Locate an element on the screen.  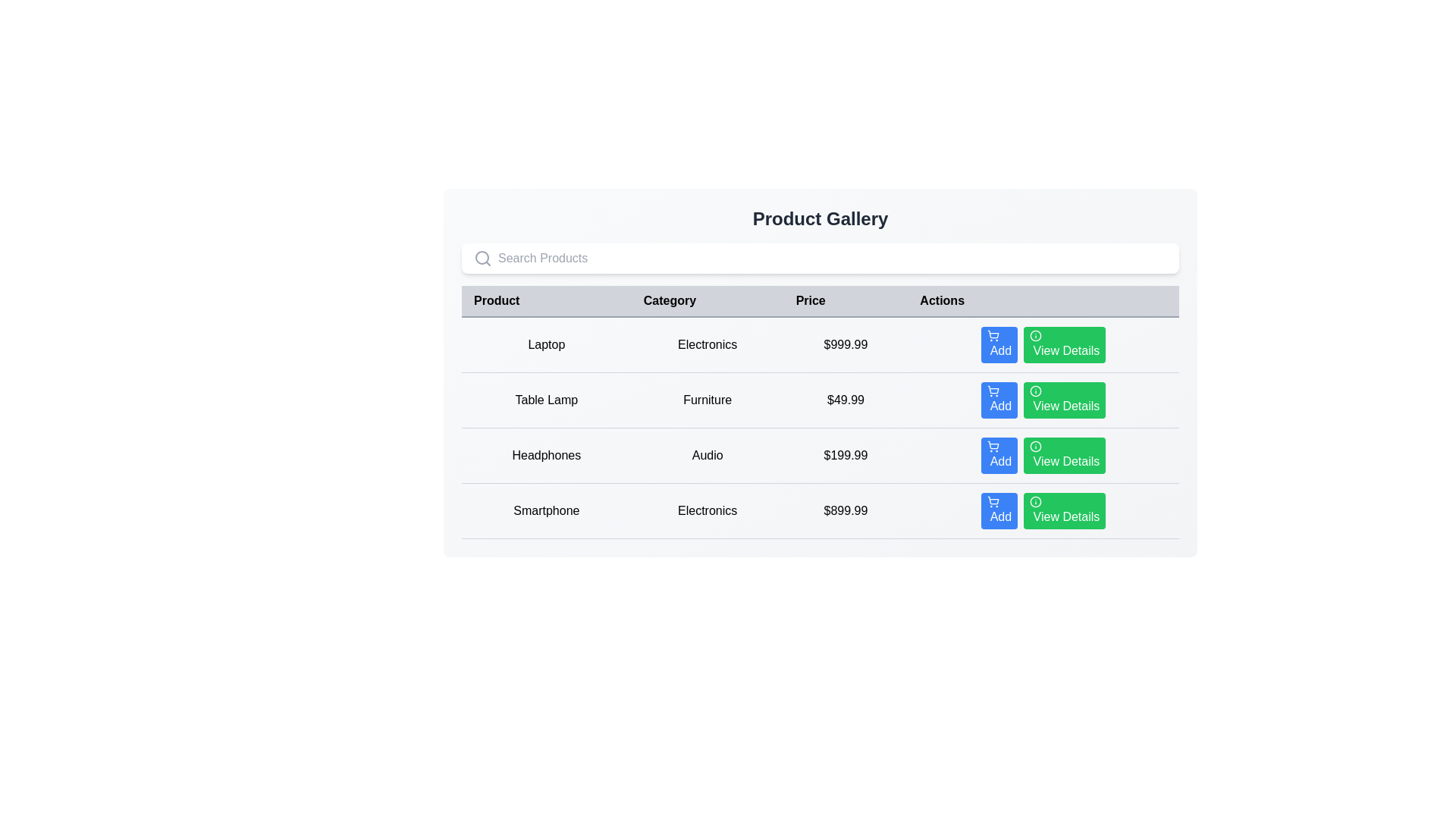
the icon representing the action of adding items to the cart in the blue 'Add' button for the product 'Laptop' is located at coordinates (993, 335).